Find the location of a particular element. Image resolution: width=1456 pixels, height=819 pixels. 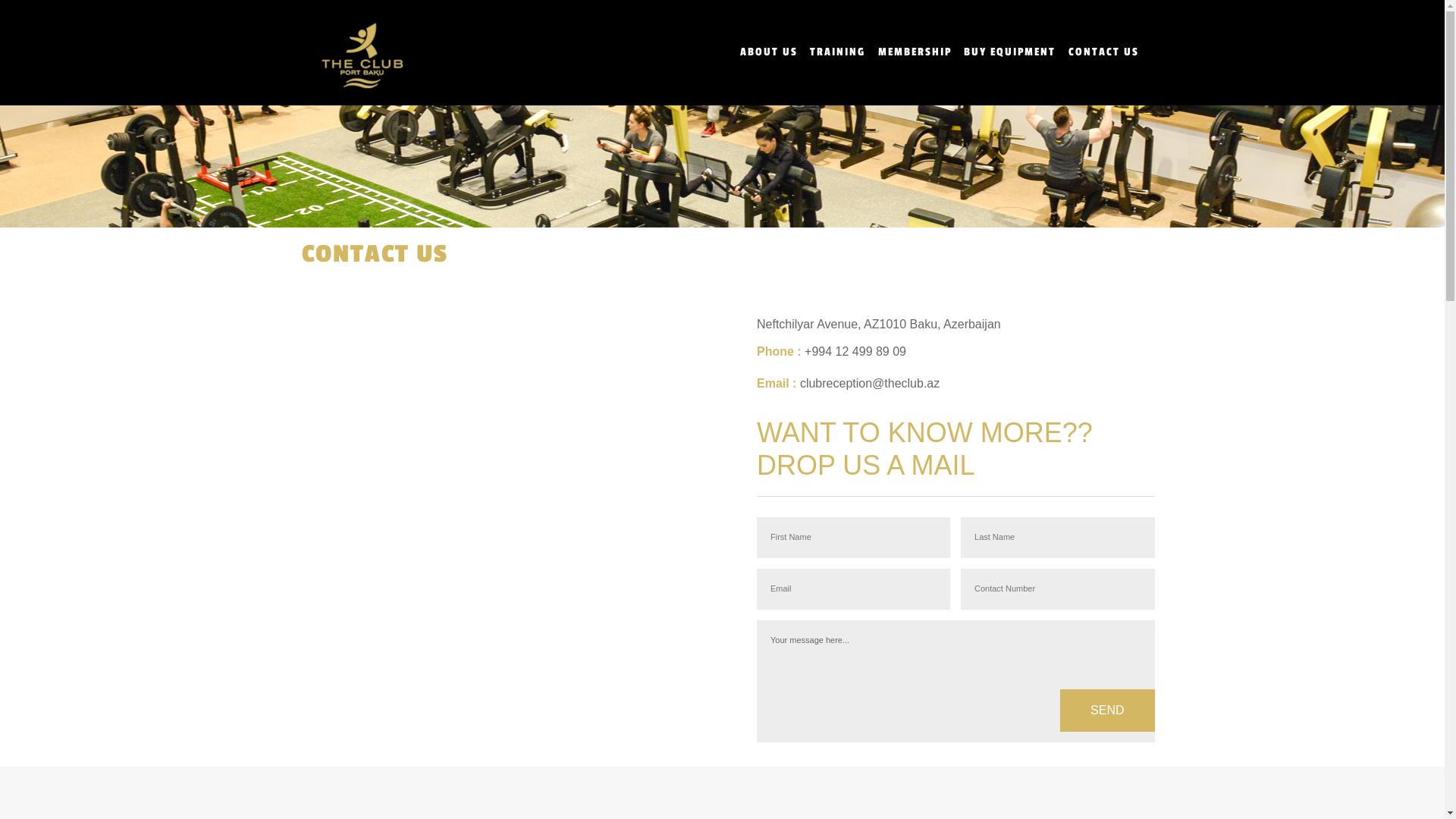

'Skip to content' is located at coordinates (39, 9).